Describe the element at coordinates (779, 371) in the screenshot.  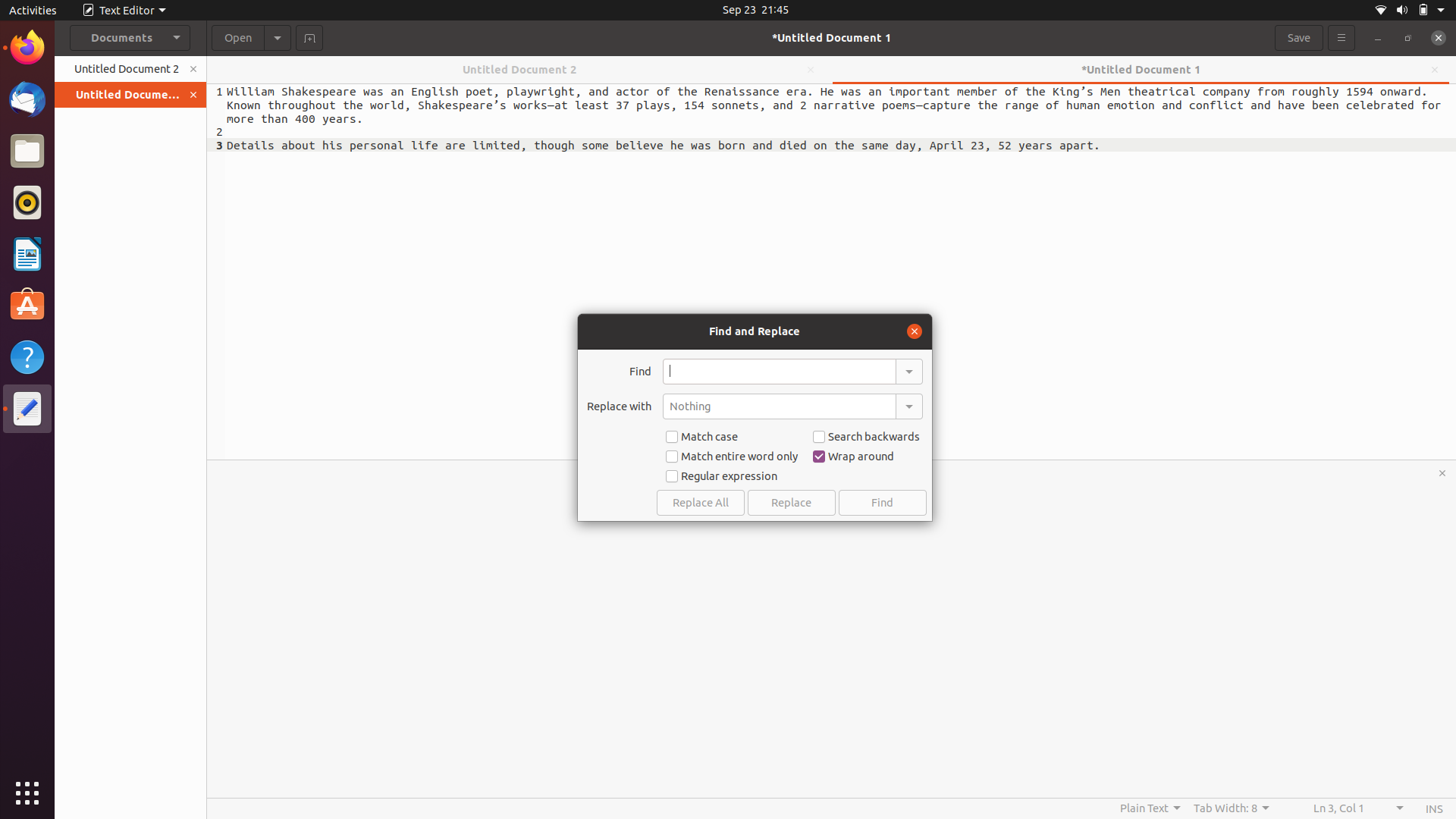
I see `the word "python" in the document and replace it with "java` at that location.